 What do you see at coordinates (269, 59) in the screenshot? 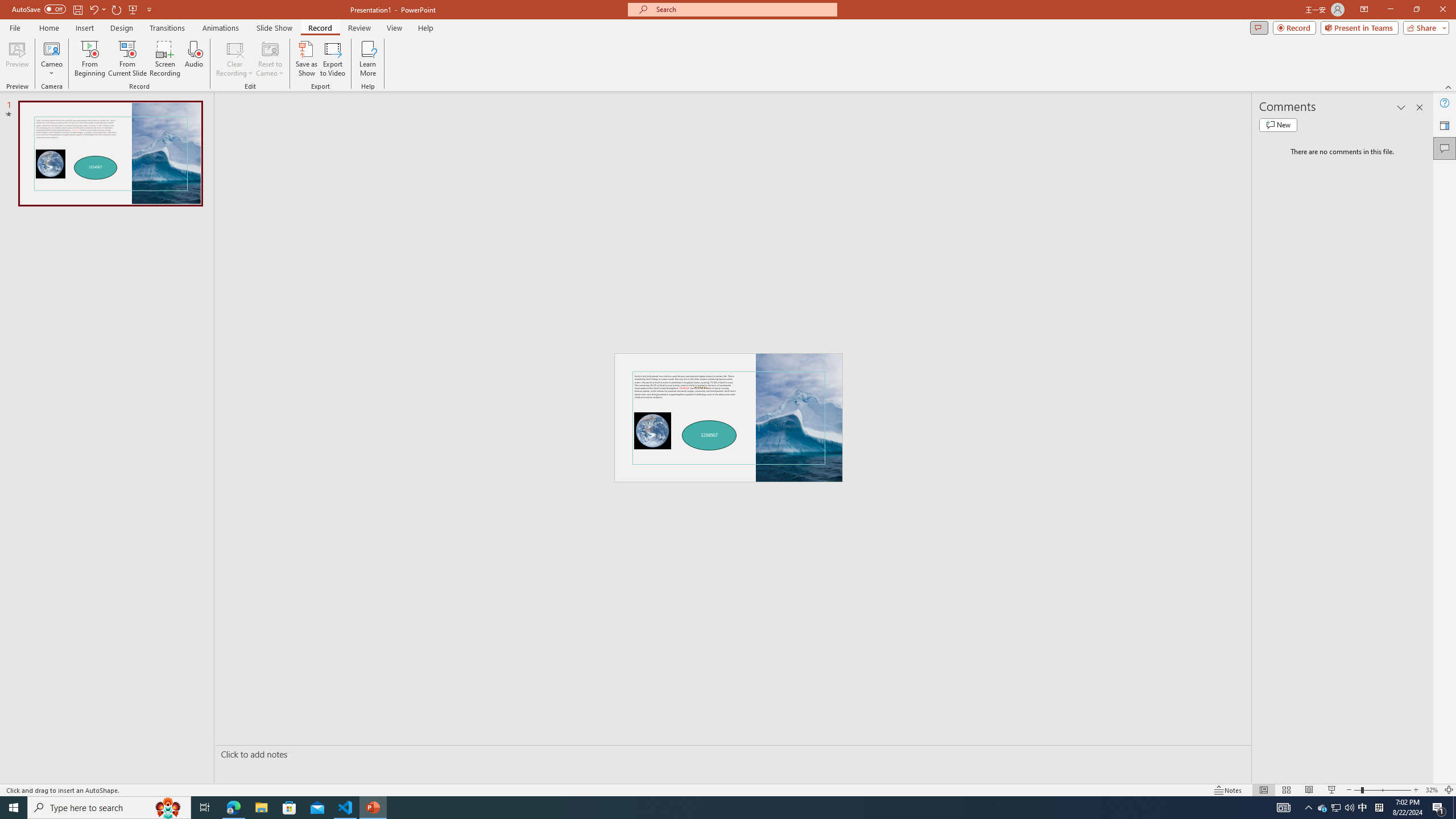
I see `'Reset to Cameo'` at bounding box center [269, 59].